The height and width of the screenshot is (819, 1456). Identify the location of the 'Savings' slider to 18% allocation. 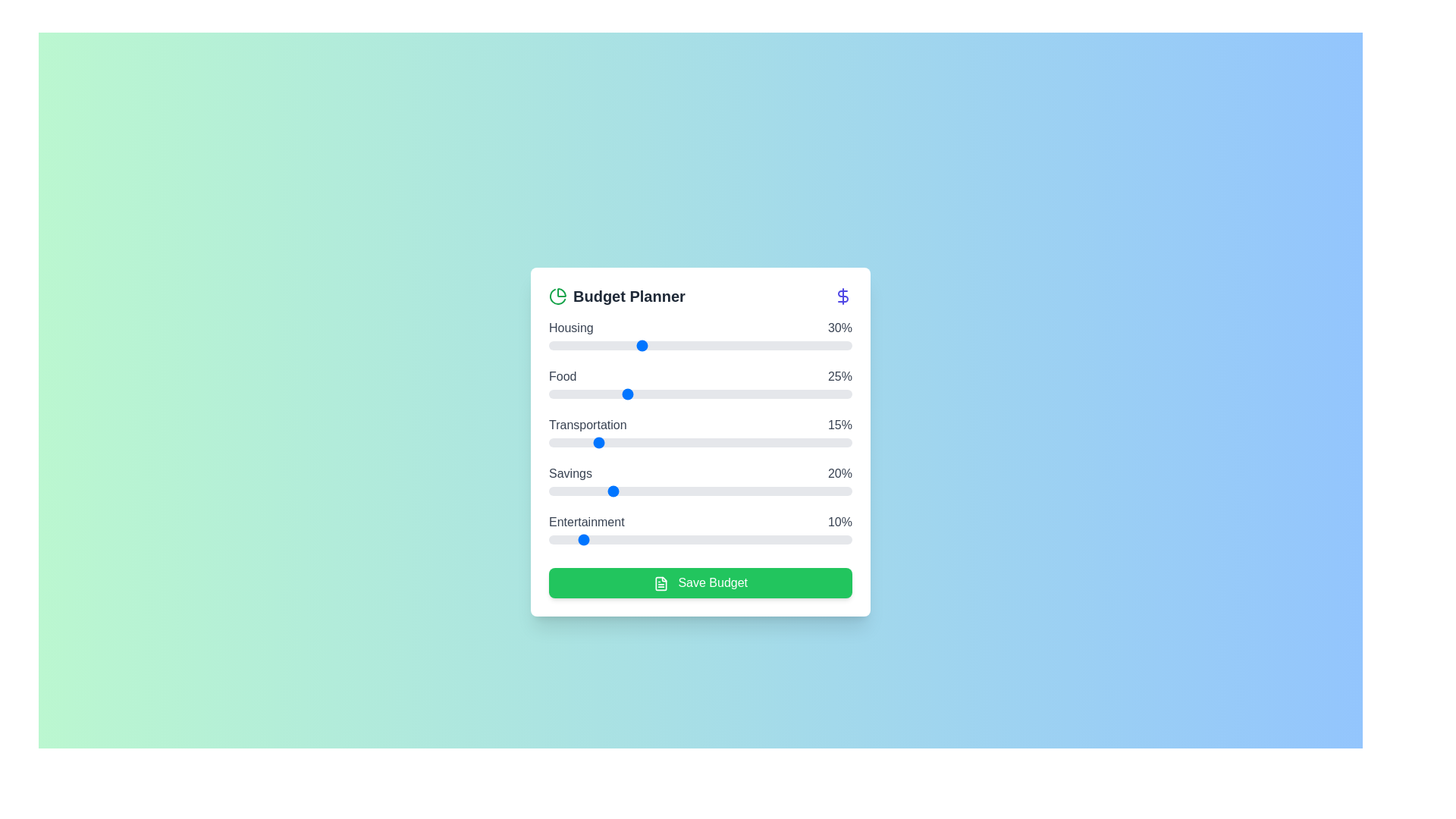
(603, 491).